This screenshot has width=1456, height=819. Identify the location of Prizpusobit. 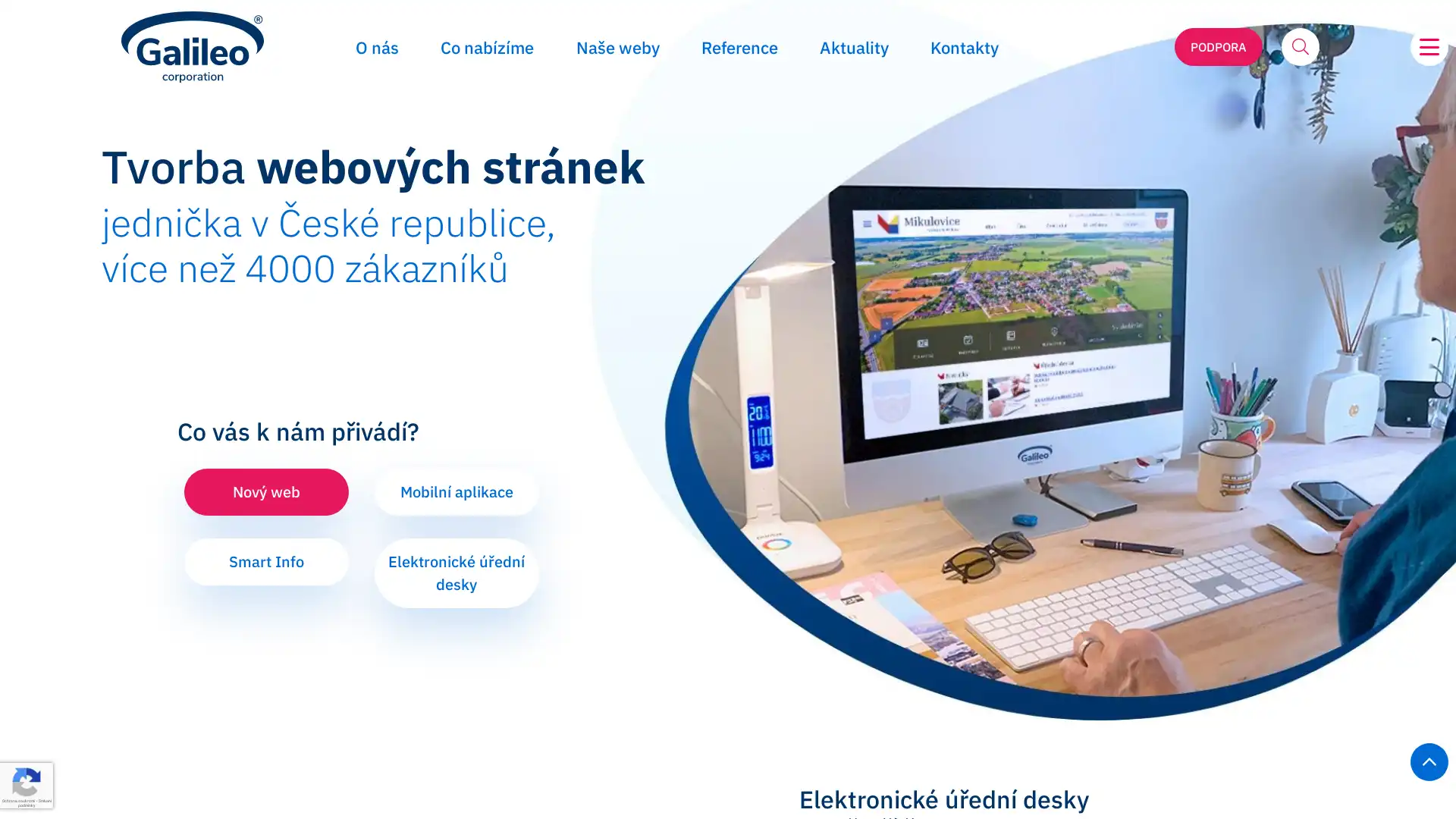
(1157, 755).